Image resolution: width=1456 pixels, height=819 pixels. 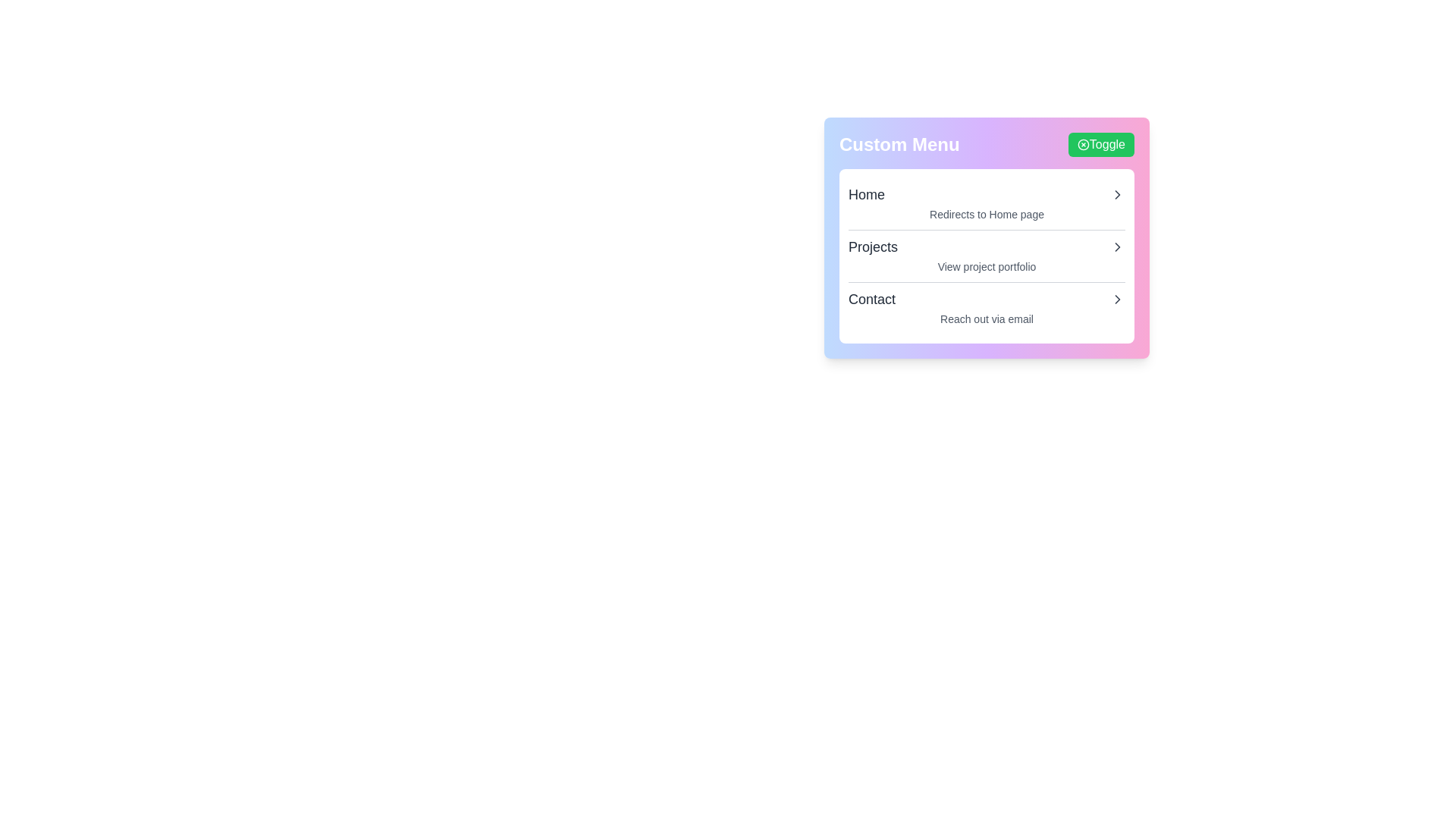 What do you see at coordinates (987, 299) in the screenshot?
I see `the menu item Contact` at bounding box center [987, 299].